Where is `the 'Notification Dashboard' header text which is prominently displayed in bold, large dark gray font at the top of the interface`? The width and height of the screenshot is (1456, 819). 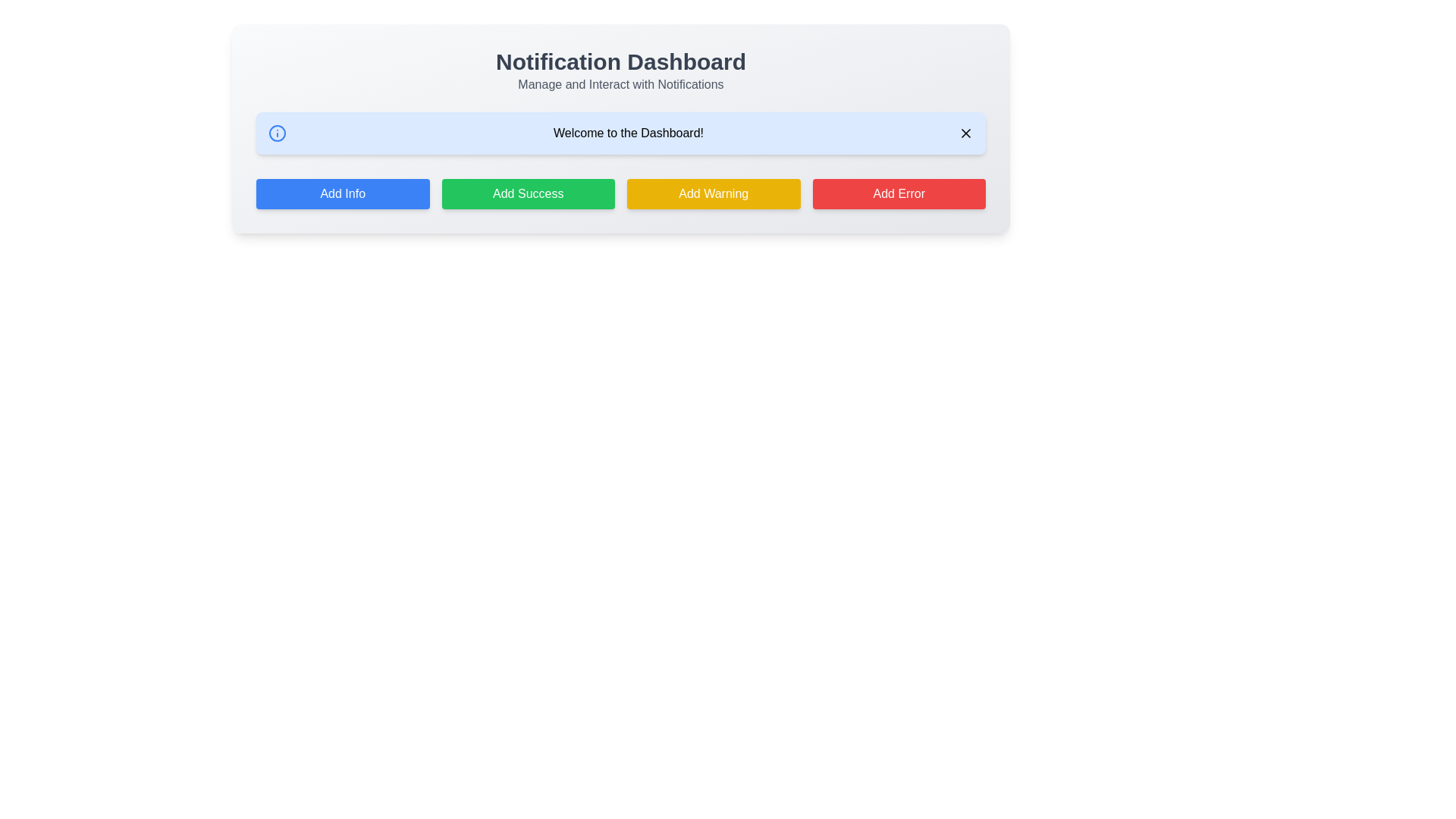
the 'Notification Dashboard' header text which is prominently displayed in bold, large dark gray font at the top of the interface is located at coordinates (621, 61).